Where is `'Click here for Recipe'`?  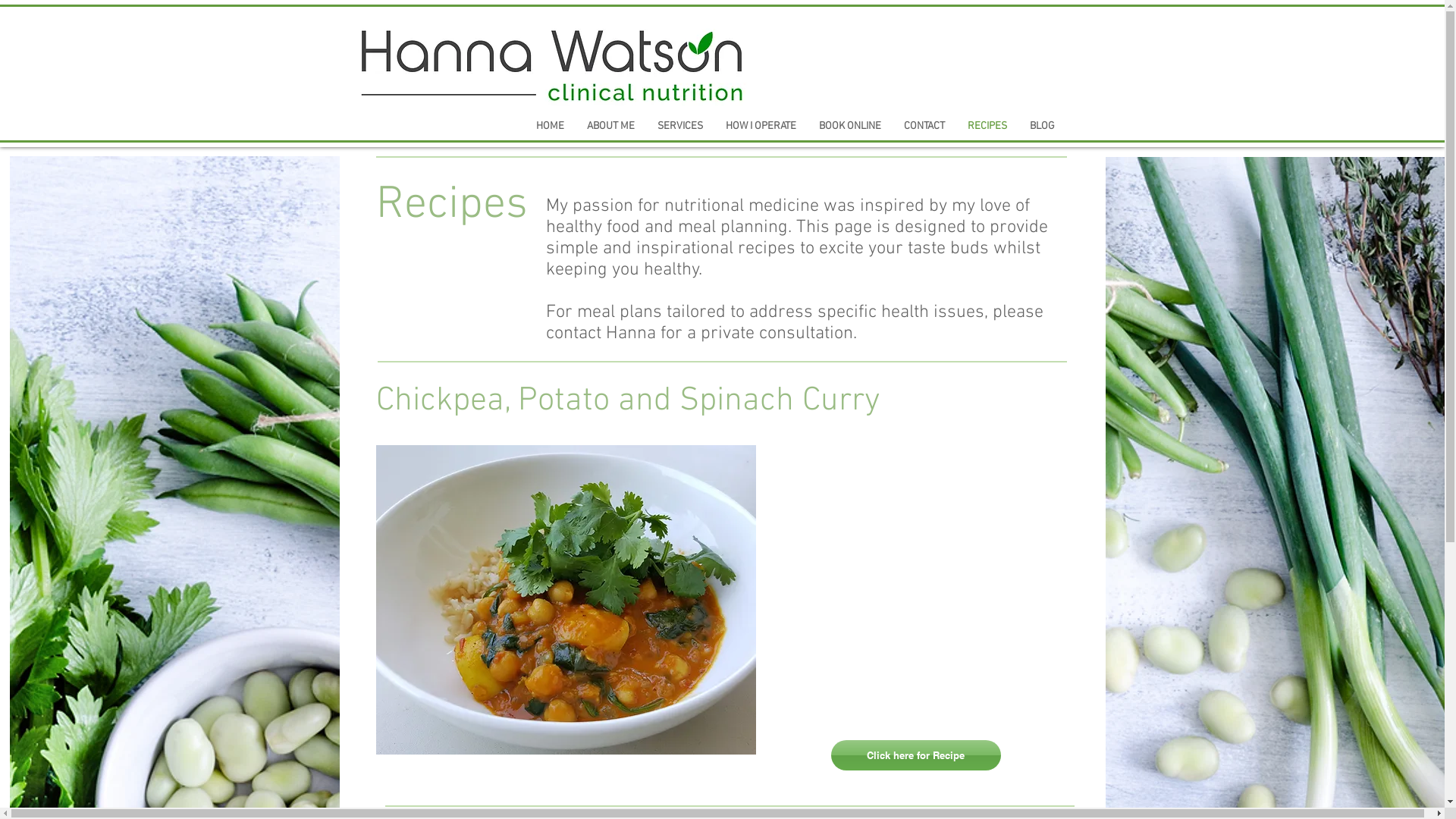
'Click here for Recipe' is located at coordinates (830, 755).